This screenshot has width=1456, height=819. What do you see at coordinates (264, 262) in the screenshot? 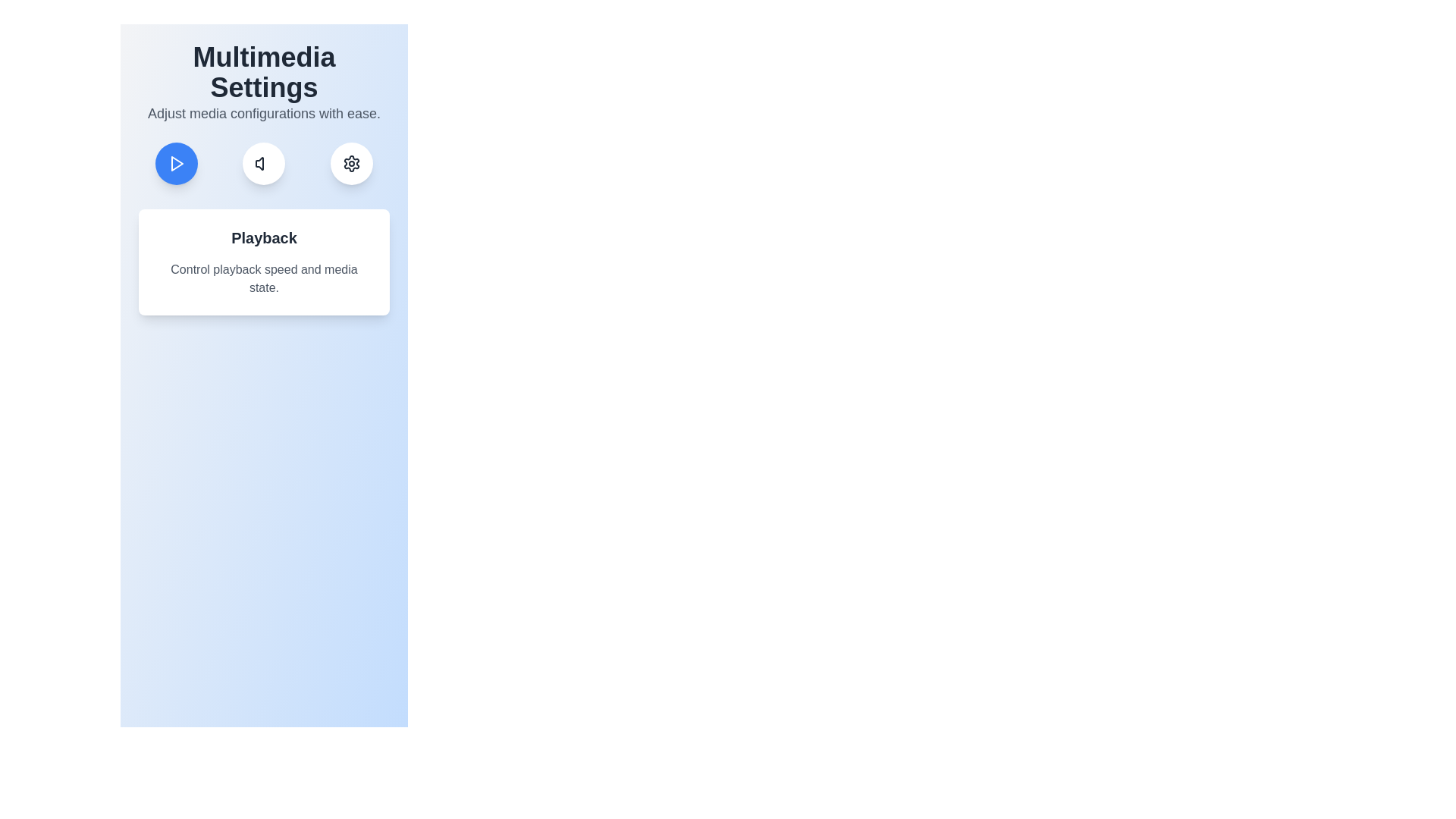
I see `the text content area to select a word` at bounding box center [264, 262].